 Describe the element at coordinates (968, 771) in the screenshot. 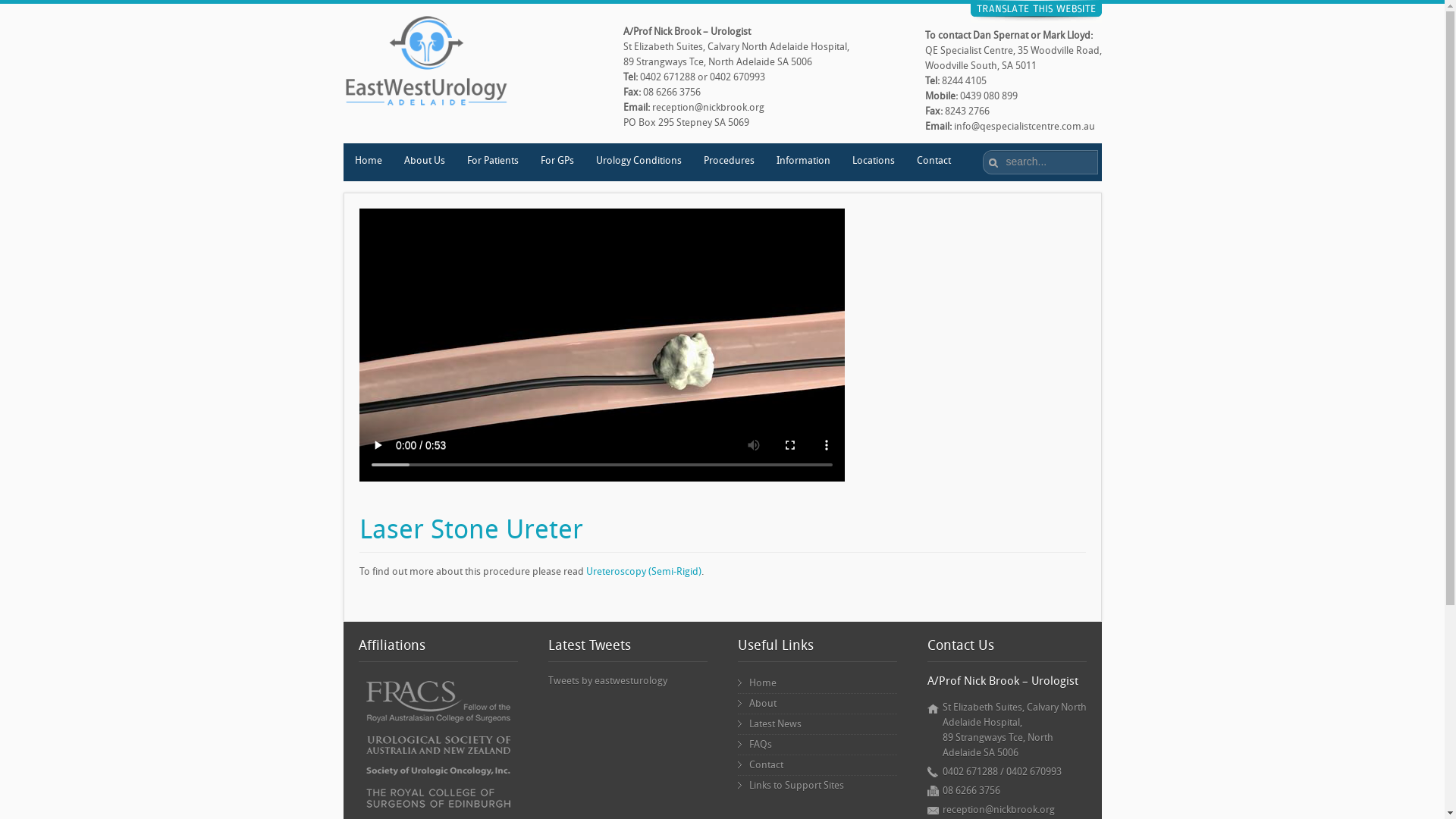

I see `'0402 671288'` at that location.